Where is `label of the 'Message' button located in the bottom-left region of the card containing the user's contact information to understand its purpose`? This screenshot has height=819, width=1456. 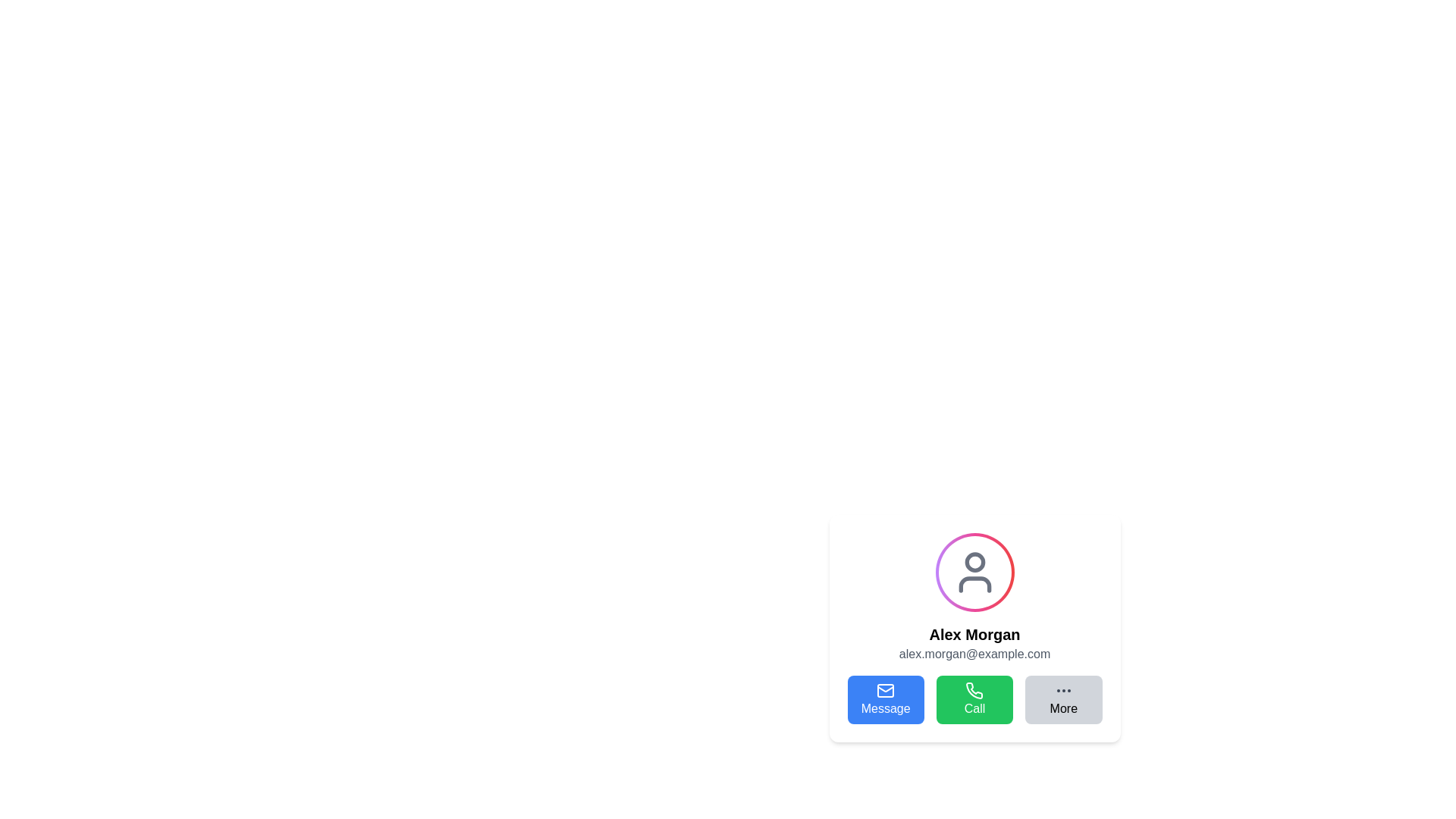 label of the 'Message' button located in the bottom-left region of the card containing the user's contact information to understand its purpose is located at coordinates (886, 708).